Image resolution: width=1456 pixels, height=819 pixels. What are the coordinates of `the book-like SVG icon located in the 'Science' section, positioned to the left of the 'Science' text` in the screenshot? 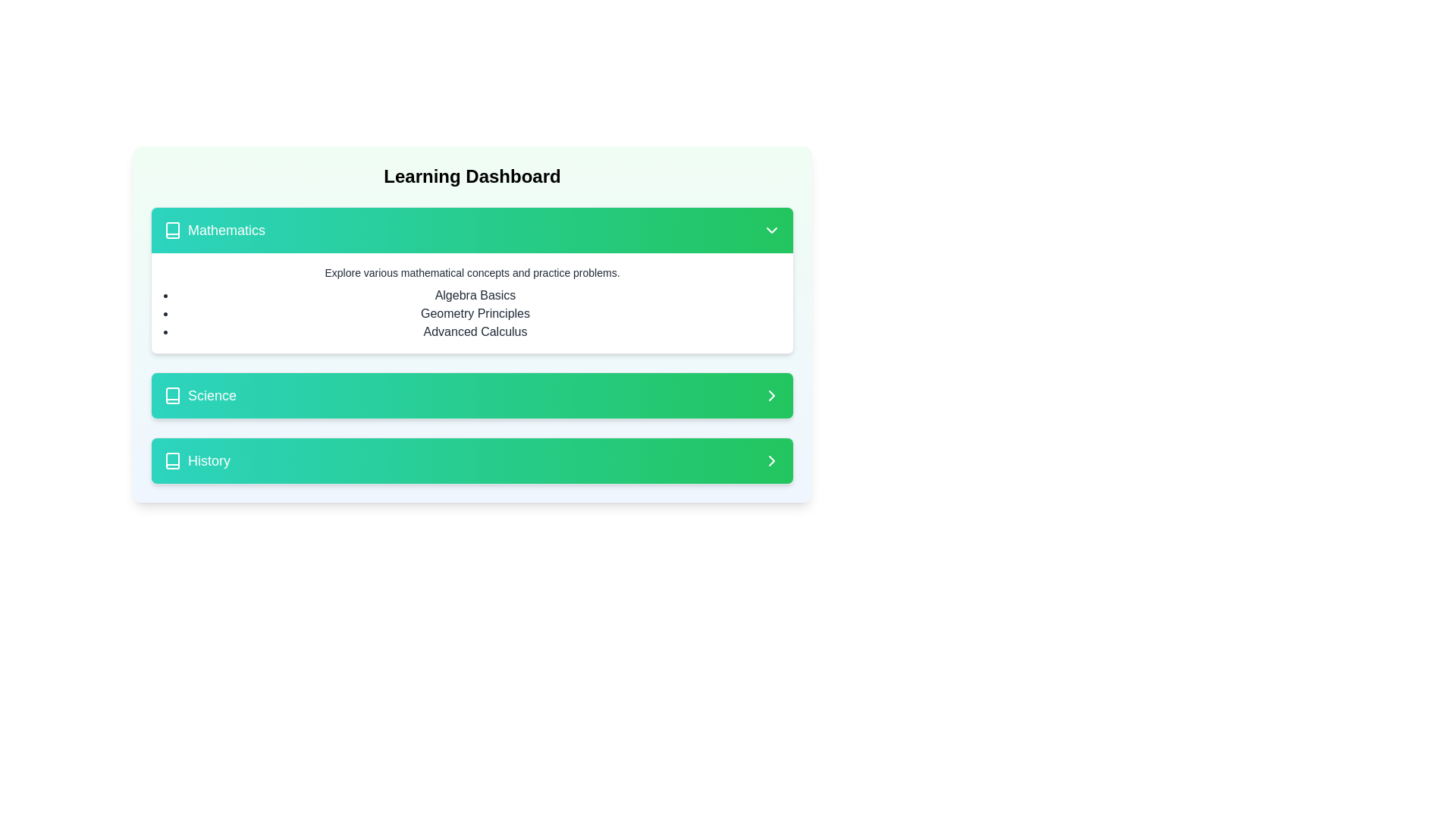 It's located at (172, 394).